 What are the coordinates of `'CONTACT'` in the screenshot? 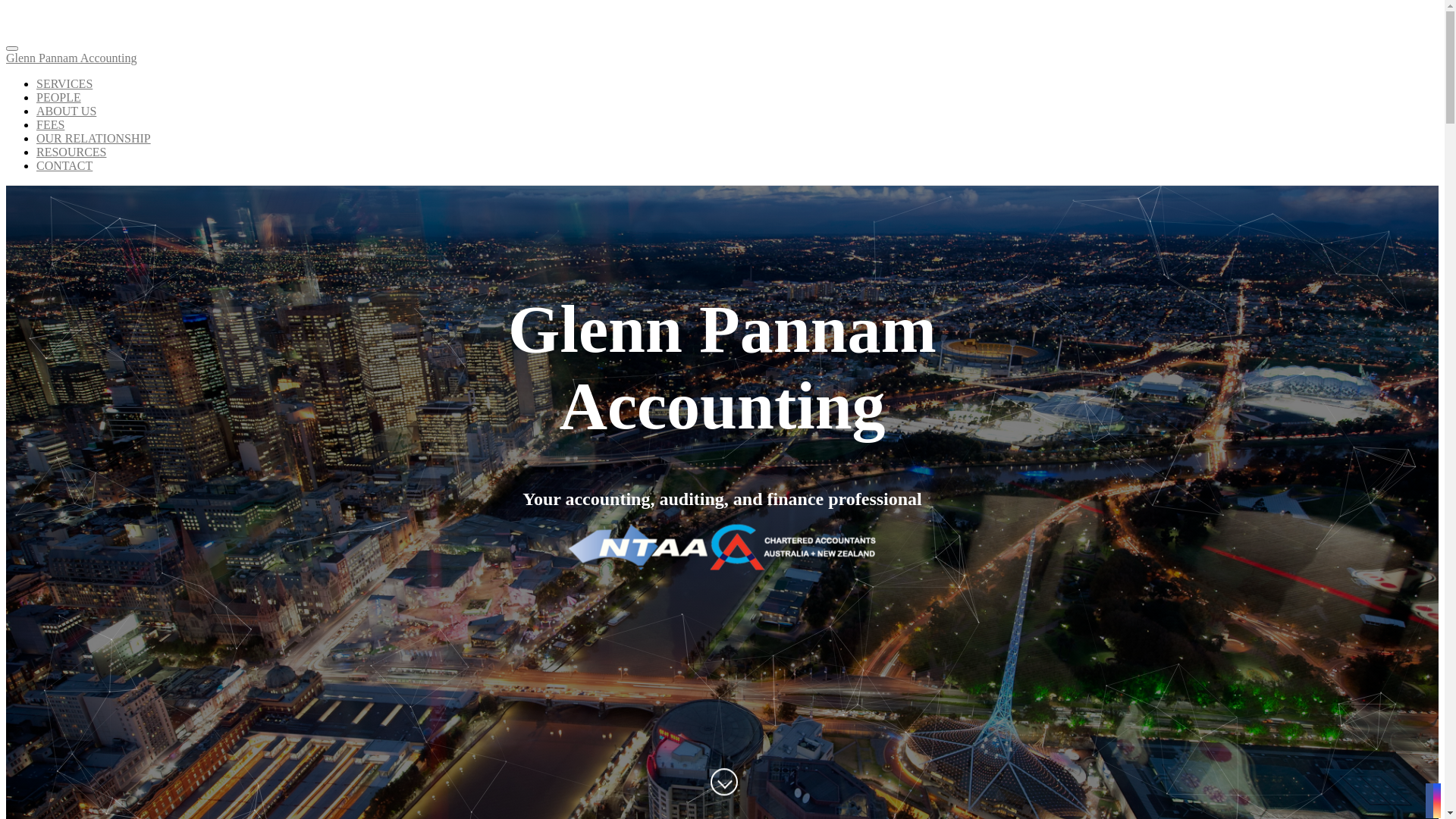 It's located at (64, 165).